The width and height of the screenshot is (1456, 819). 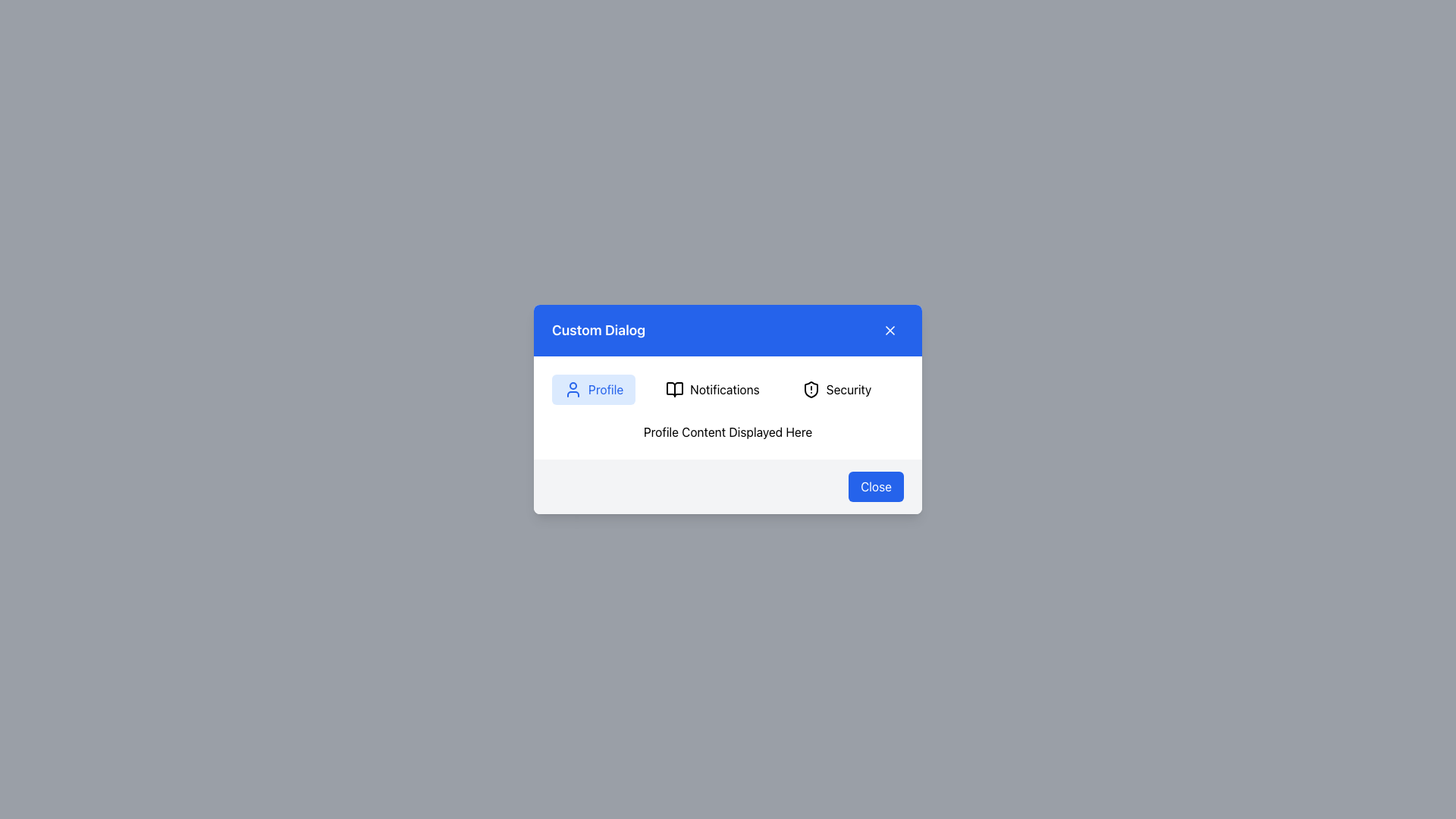 I want to click on the small square-shaped button with an 'X' icon in the top right corner of the blue header labeled 'Custom Dialog', so click(x=890, y=329).